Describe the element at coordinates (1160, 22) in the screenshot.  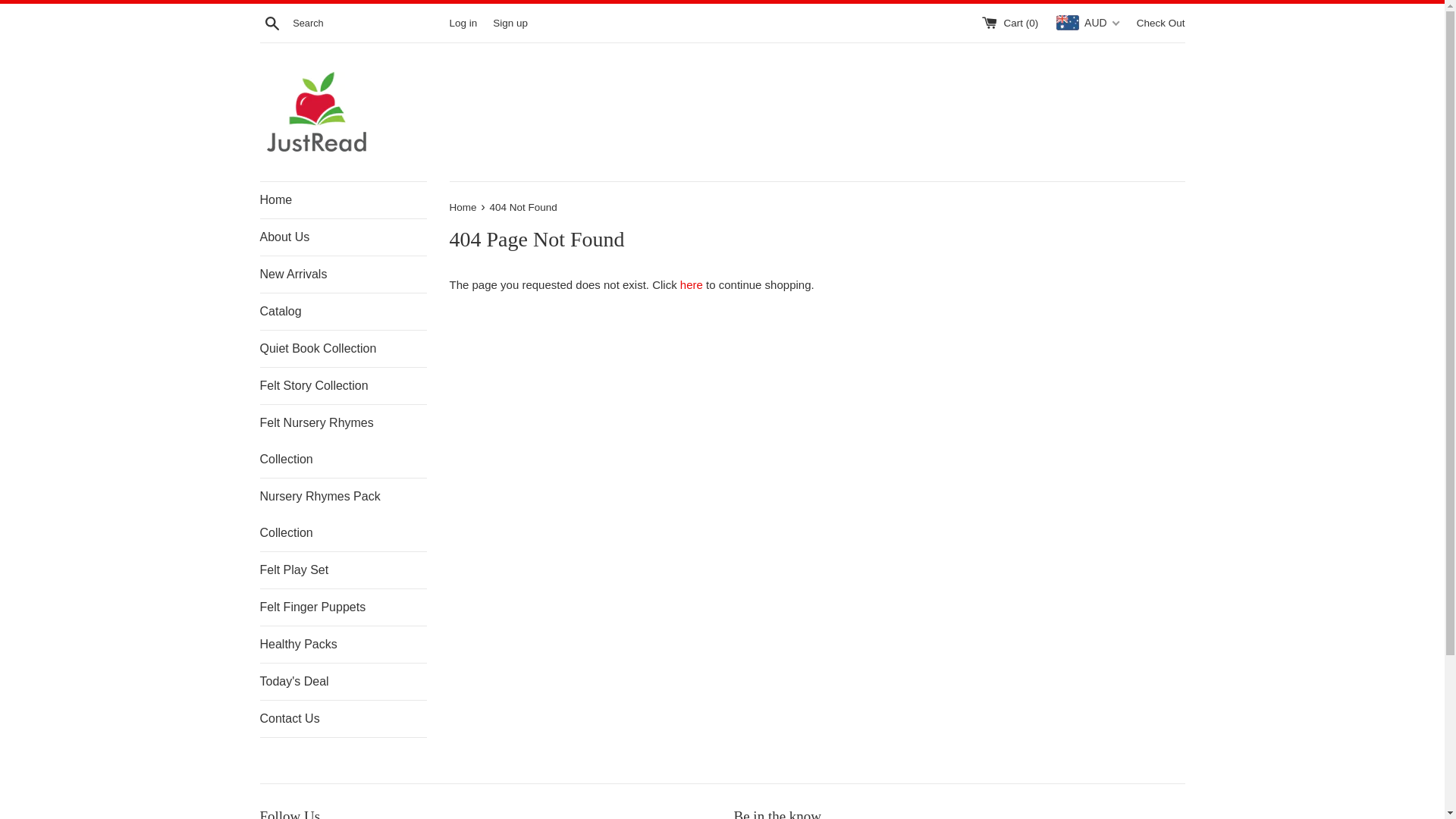
I see `'Check Out'` at that location.